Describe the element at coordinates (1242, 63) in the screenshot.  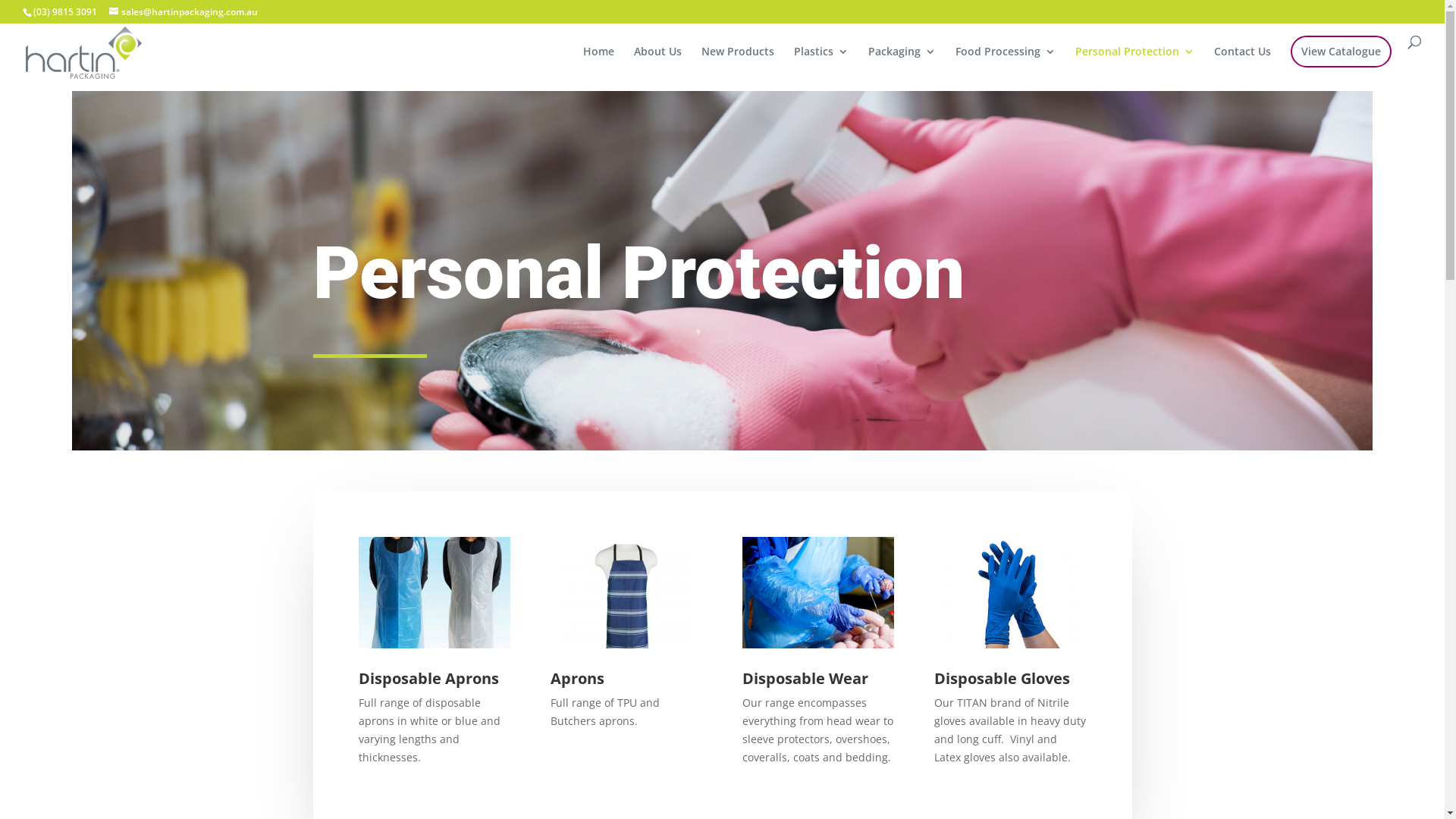
I see `'Contact Us'` at that location.